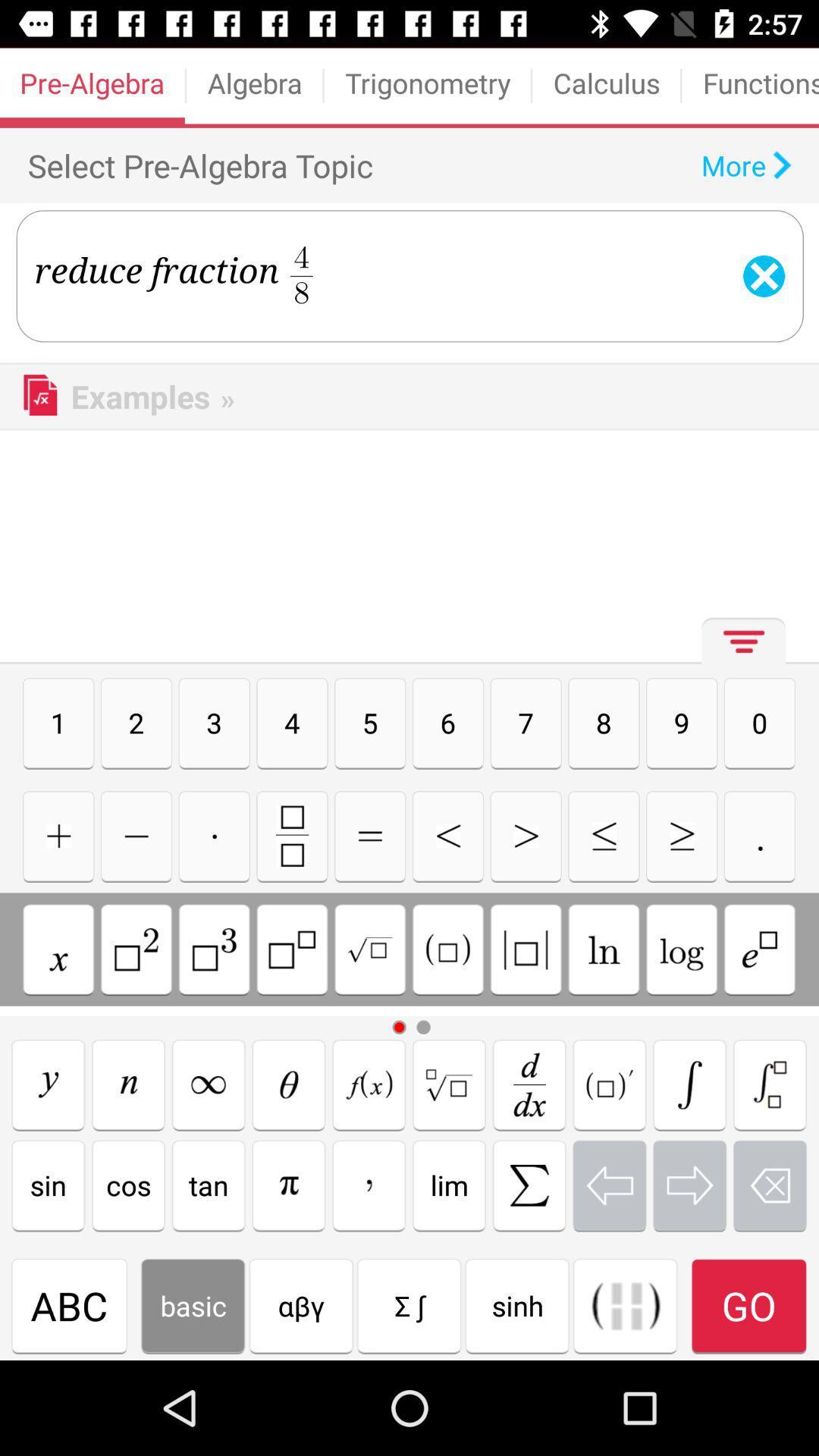  Describe the element at coordinates (214, 835) in the screenshot. I see `the add icon` at that location.